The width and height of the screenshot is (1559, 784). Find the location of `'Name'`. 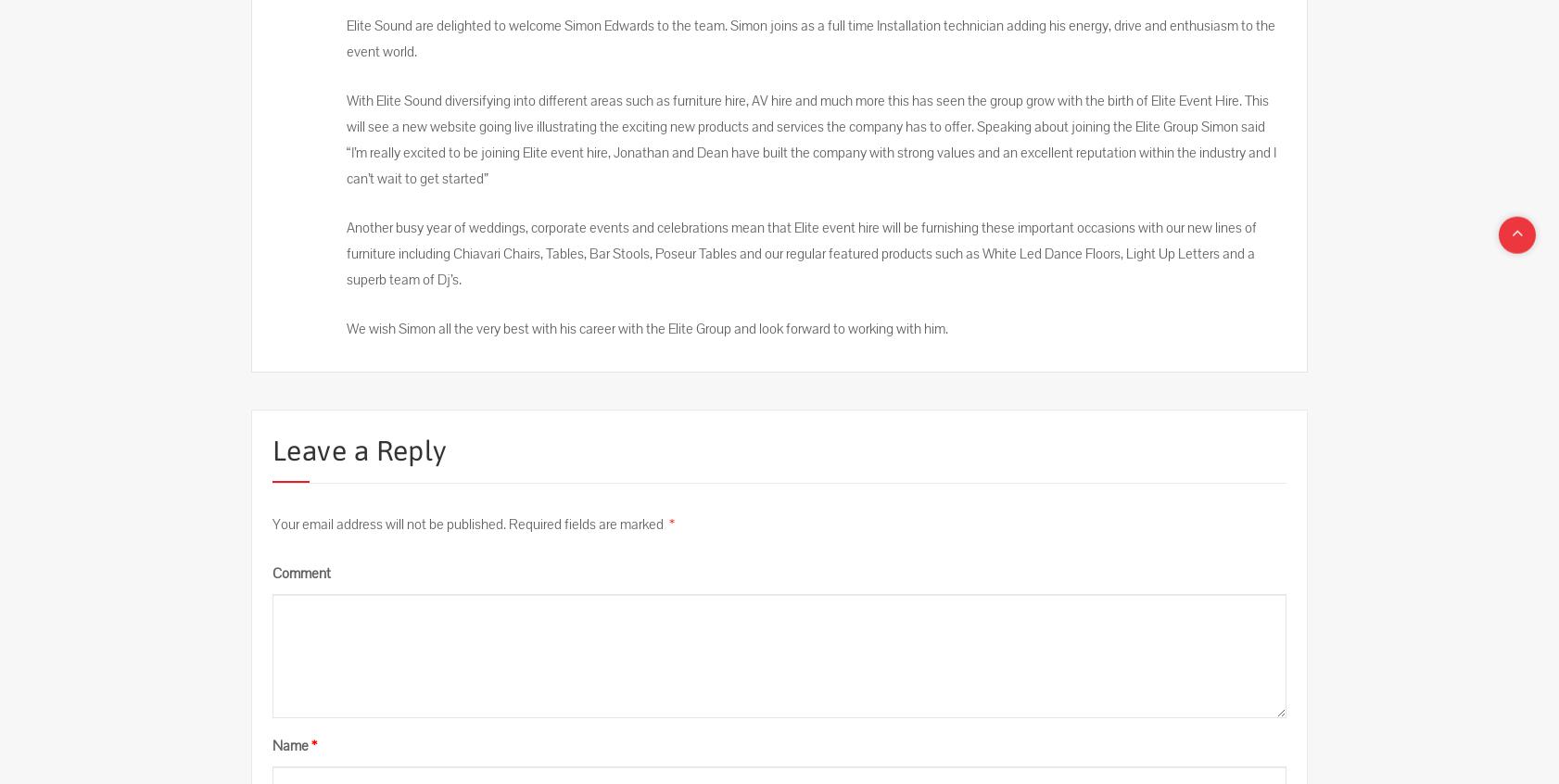

'Name' is located at coordinates (289, 745).